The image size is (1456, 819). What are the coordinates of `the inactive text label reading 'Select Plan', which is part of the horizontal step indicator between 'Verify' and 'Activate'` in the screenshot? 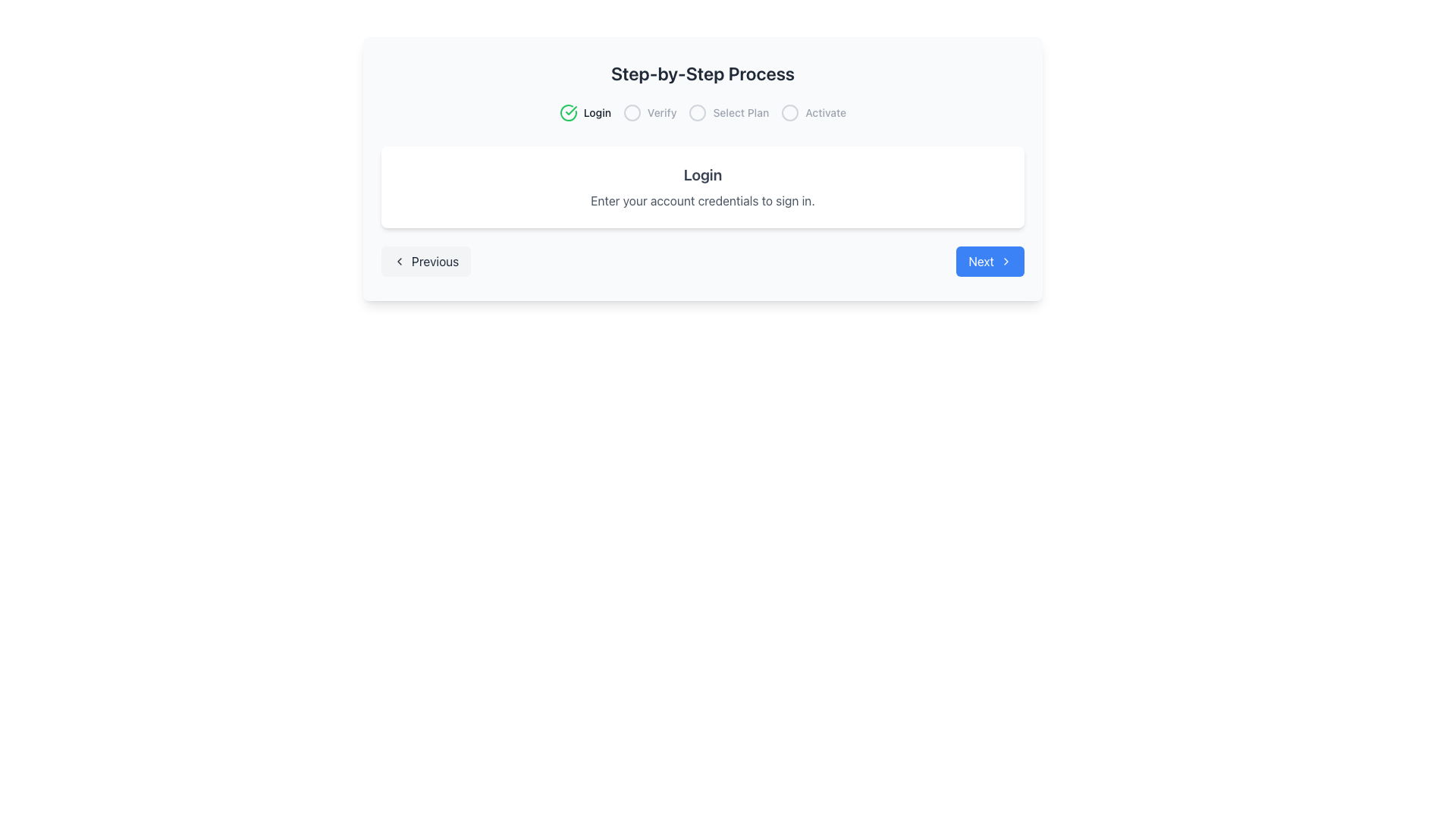 It's located at (741, 112).